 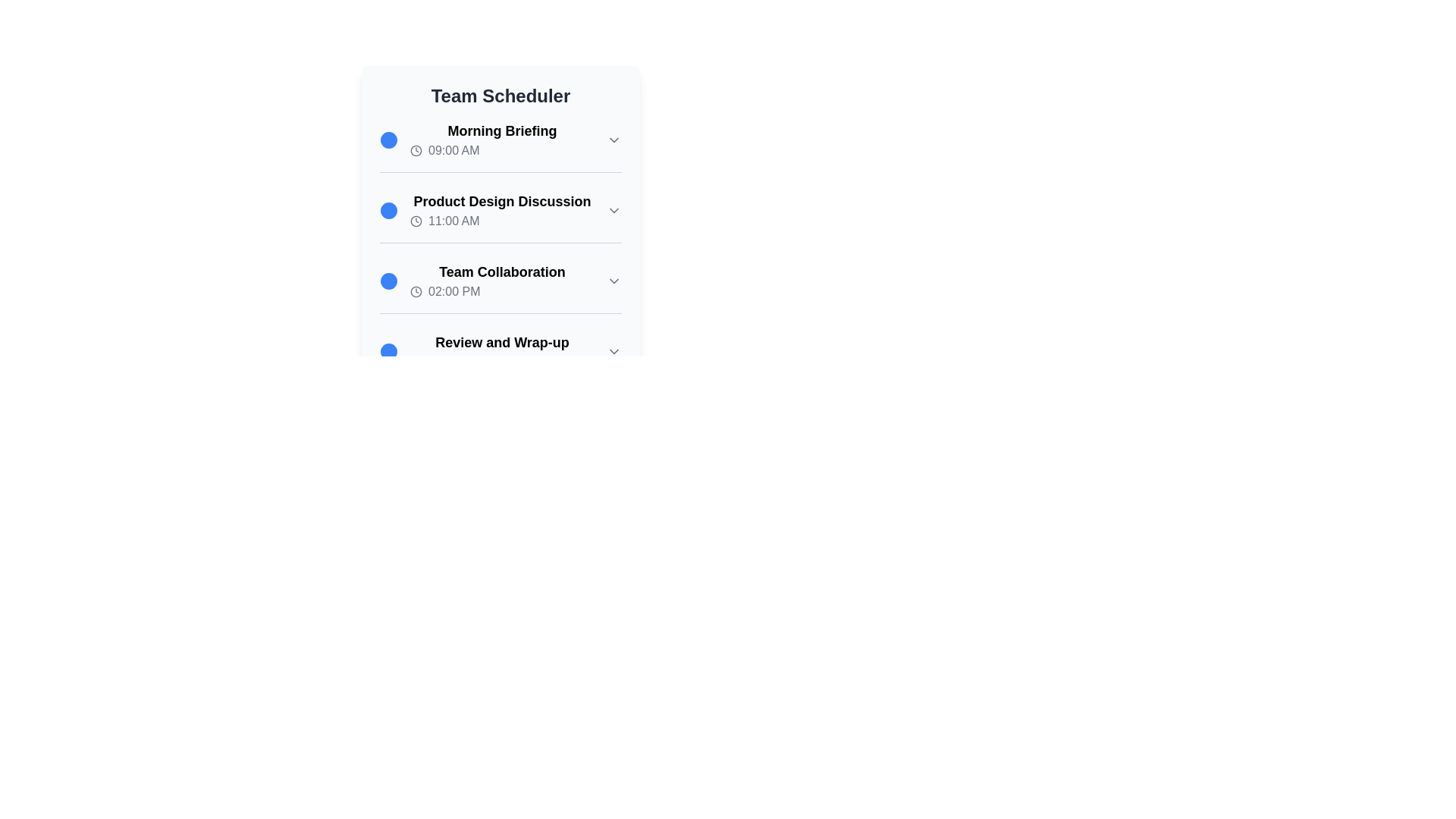 I want to click on the small gray downward-pointing chevron button associated with the 'Review and Wrap-up 04:30 PM' row, so click(x=614, y=351).